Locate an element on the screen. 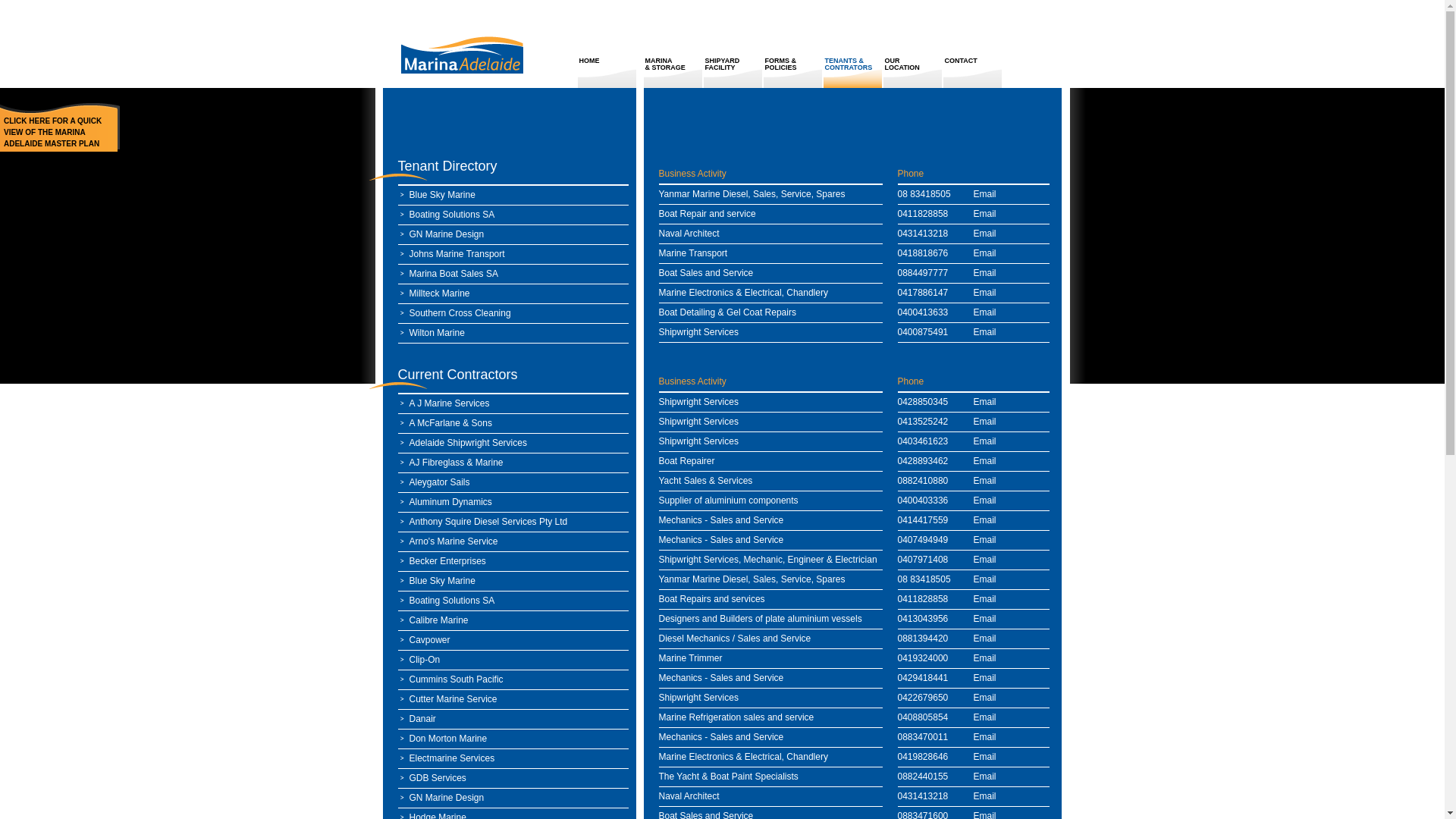 The width and height of the screenshot is (1456, 819). 'SHIPYARD is located at coordinates (733, 73).